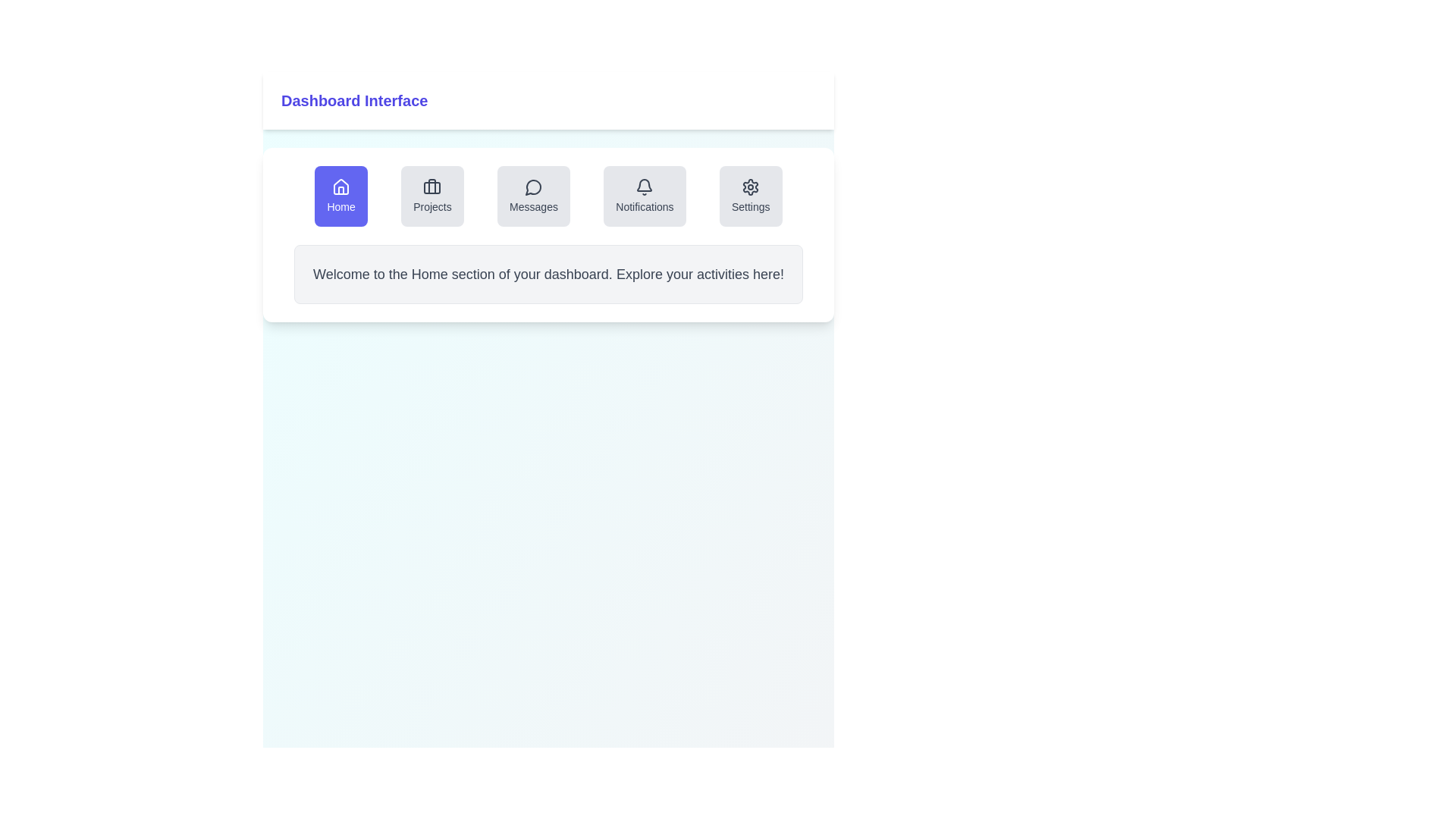 This screenshot has height=819, width=1456. What do you see at coordinates (751, 186) in the screenshot?
I see `outer cogwheel part of the settings icon located in the top-right section of the main content area for its SVG properties` at bounding box center [751, 186].